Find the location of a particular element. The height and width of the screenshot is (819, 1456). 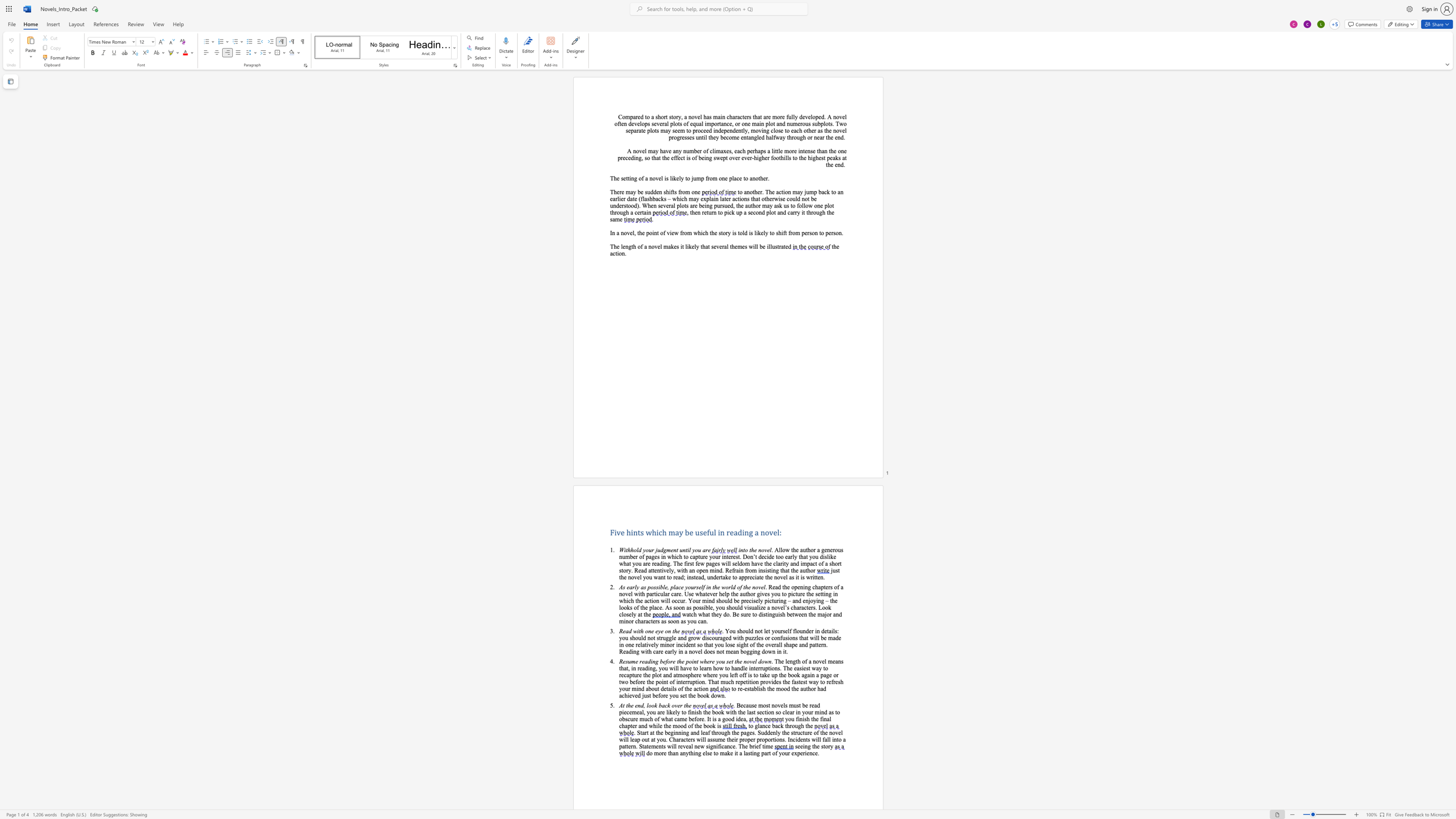

the 2th character "t" in the text is located at coordinates (616, 253).